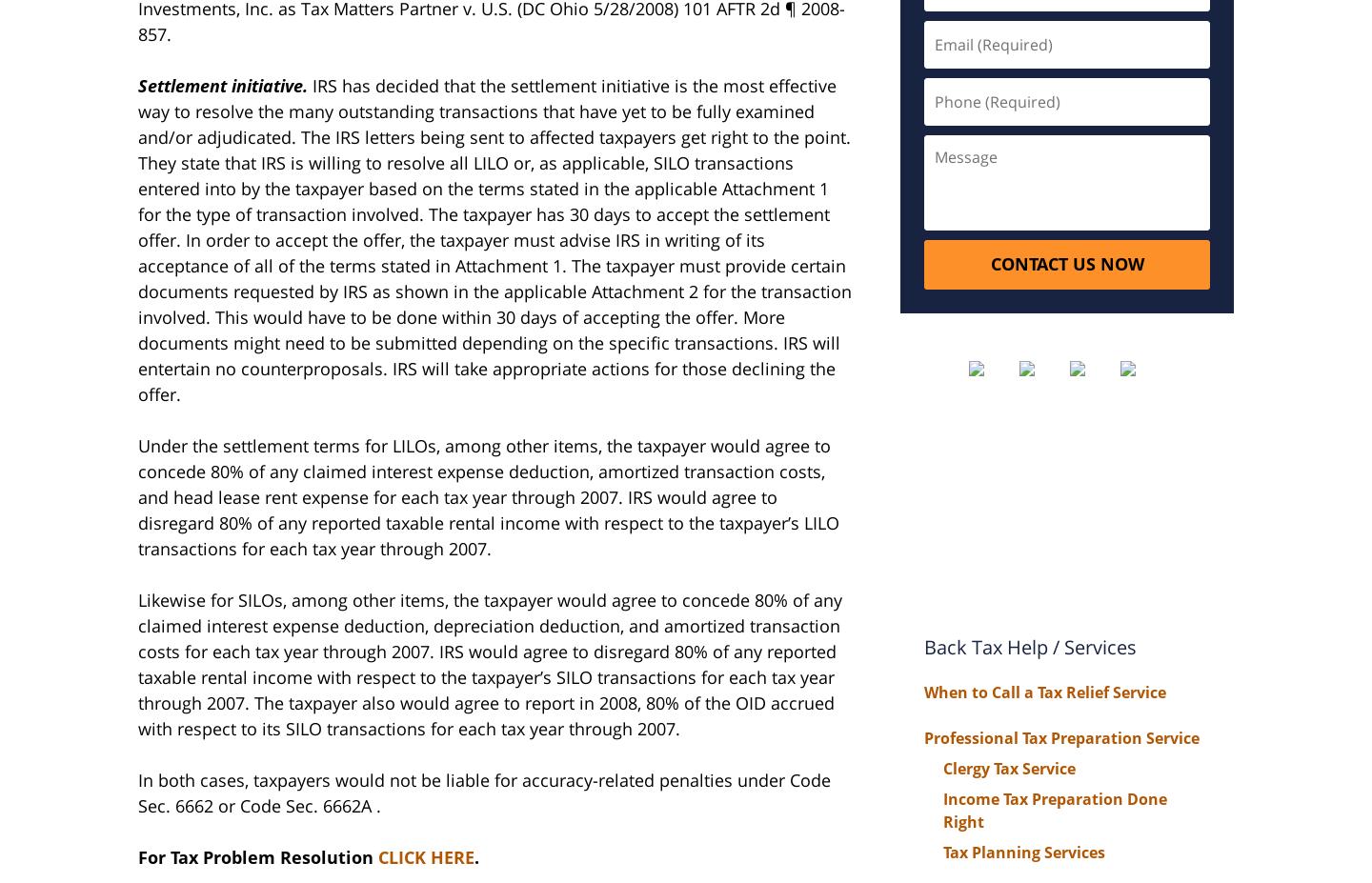 This screenshot has width=1372, height=883. I want to click on '.', so click(475, 857).